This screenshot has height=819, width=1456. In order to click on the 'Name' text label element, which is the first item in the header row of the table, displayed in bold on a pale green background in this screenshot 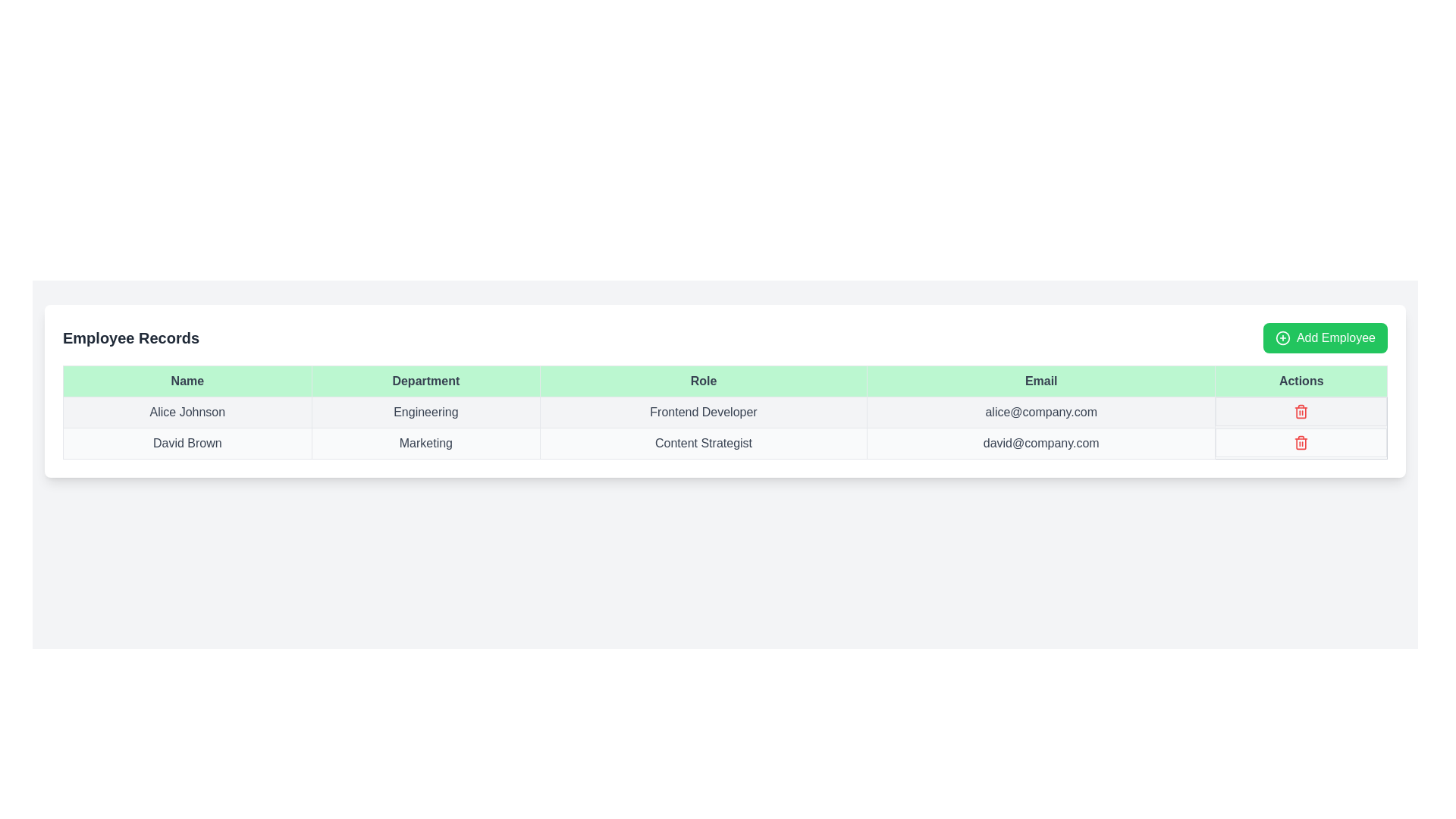, I will do `click(187, 380)`.